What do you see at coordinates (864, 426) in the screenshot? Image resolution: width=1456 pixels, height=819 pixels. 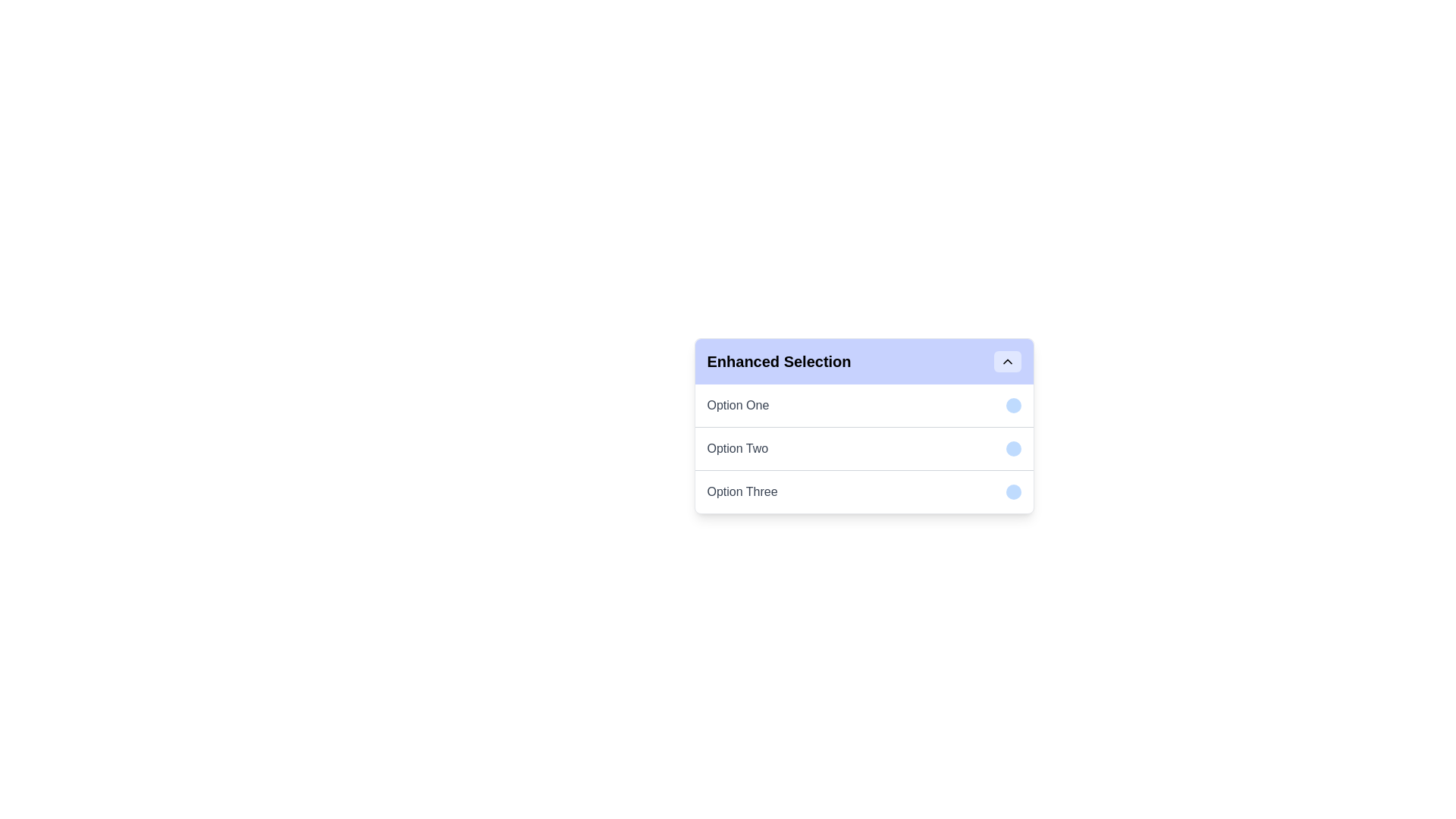 I see `the 'Enhanced Selection' dropdown menu` at bounding box center [864, 426].